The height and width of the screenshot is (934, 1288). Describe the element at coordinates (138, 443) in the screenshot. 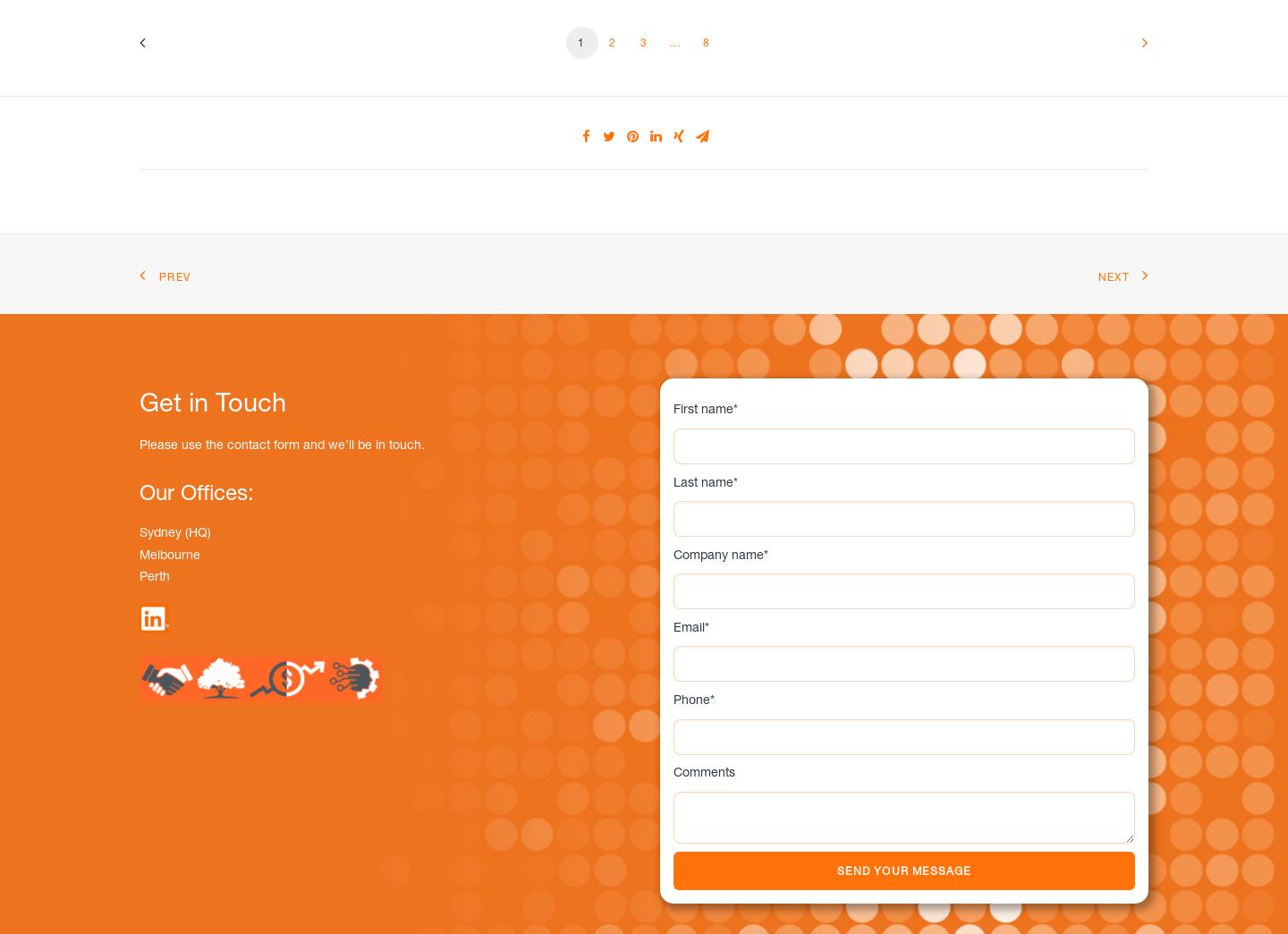

I see `'Please use the contact form and we’ll be in touch.'` at that location.